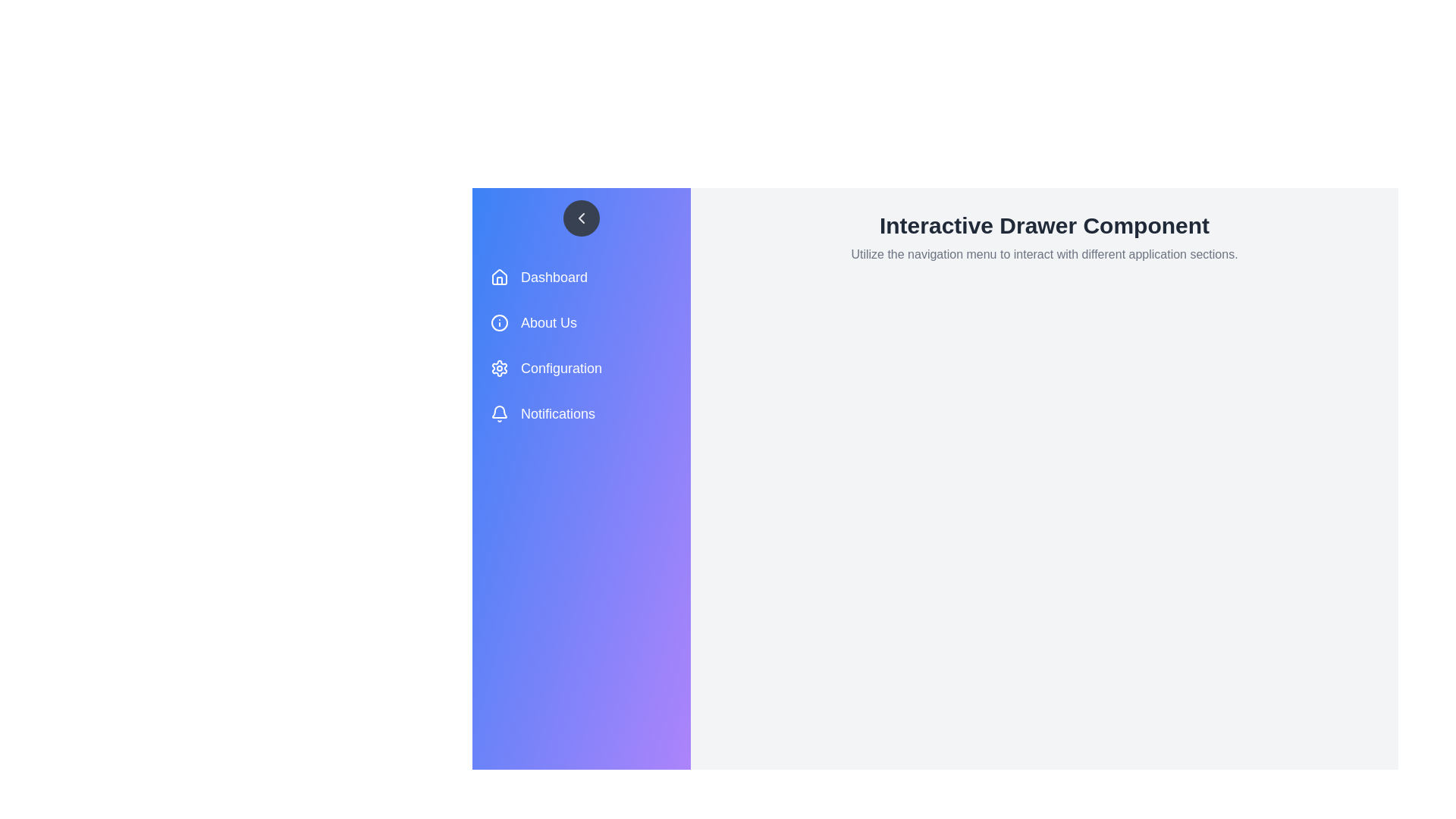 The width and height of the screenshot is (1456, 819). What do you see at coordinates (499, 322) in the screenshot?
I see `the circular outline of the SVG icon representing the 'About Us' section in the vertical navigation menu` at bounding box center [499, 322].